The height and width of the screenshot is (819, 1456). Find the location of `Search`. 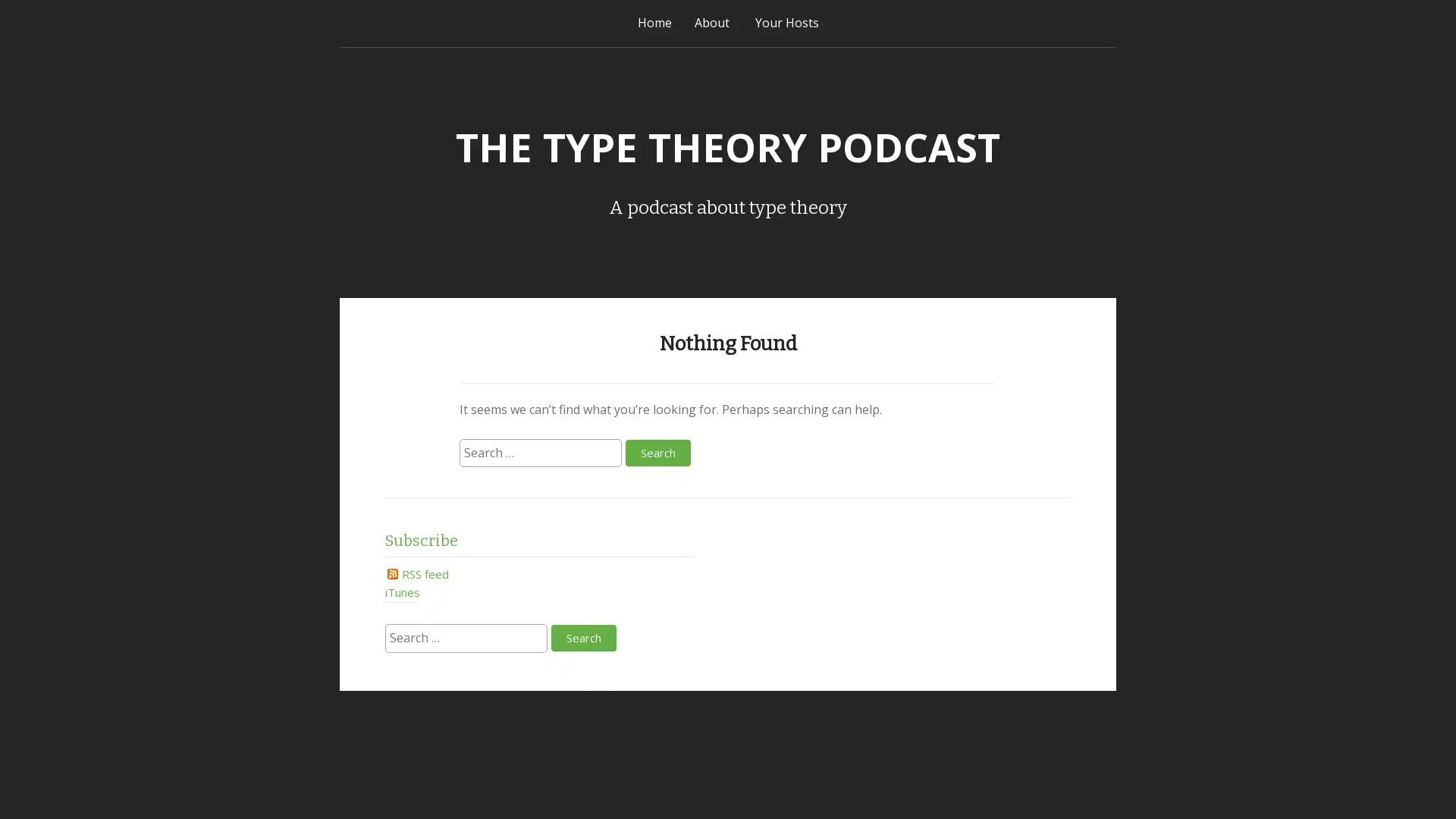

Search is located at coordinates (657, 451).